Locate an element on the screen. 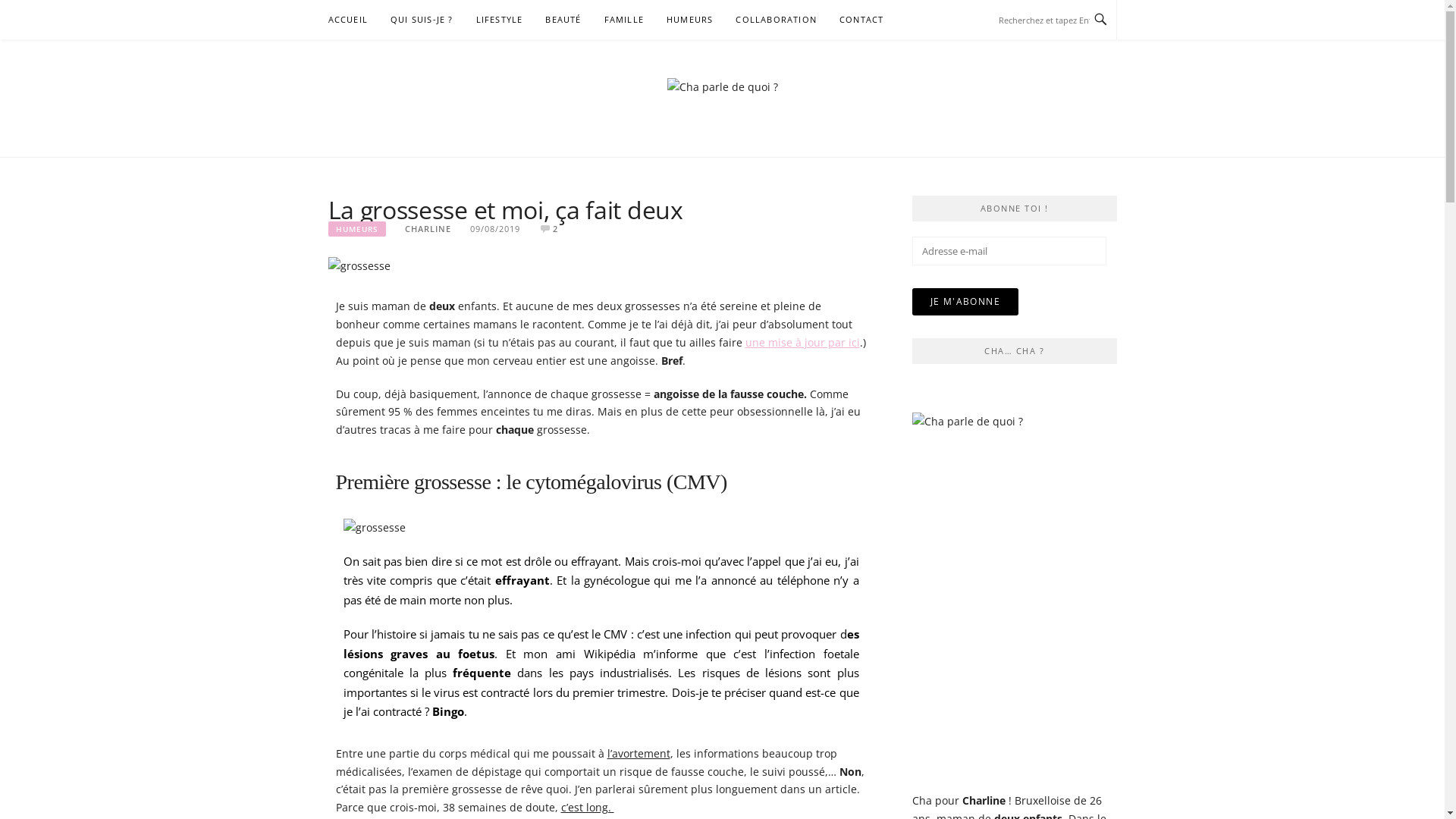 Image resolution: width=1456 pixels, height=819 pixels. 'FAMILLE' is located at coordinates (623, 20).